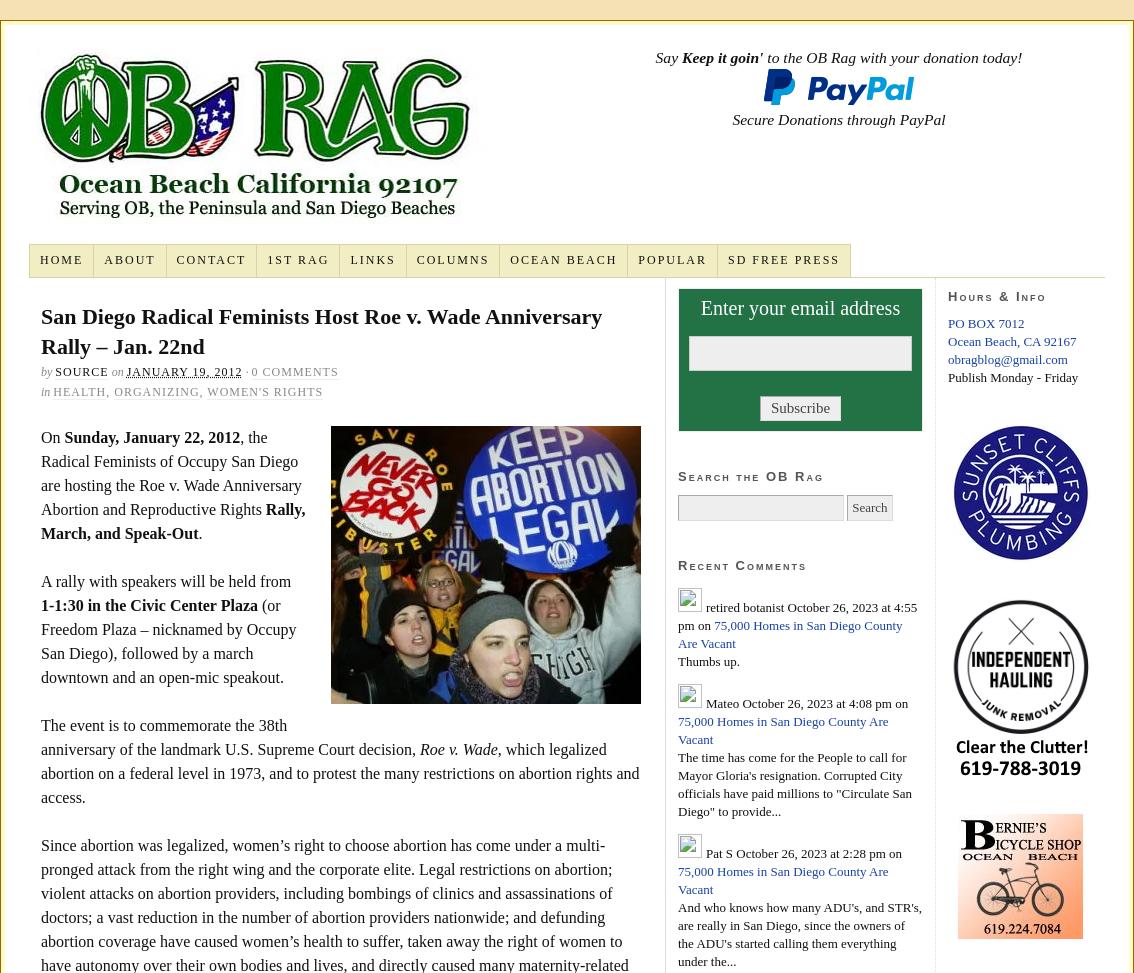 The image size is (1134, 973). Describe the element at coordinates (740, 564) in the screenshot. I see `'Recent Comments'` at that location.